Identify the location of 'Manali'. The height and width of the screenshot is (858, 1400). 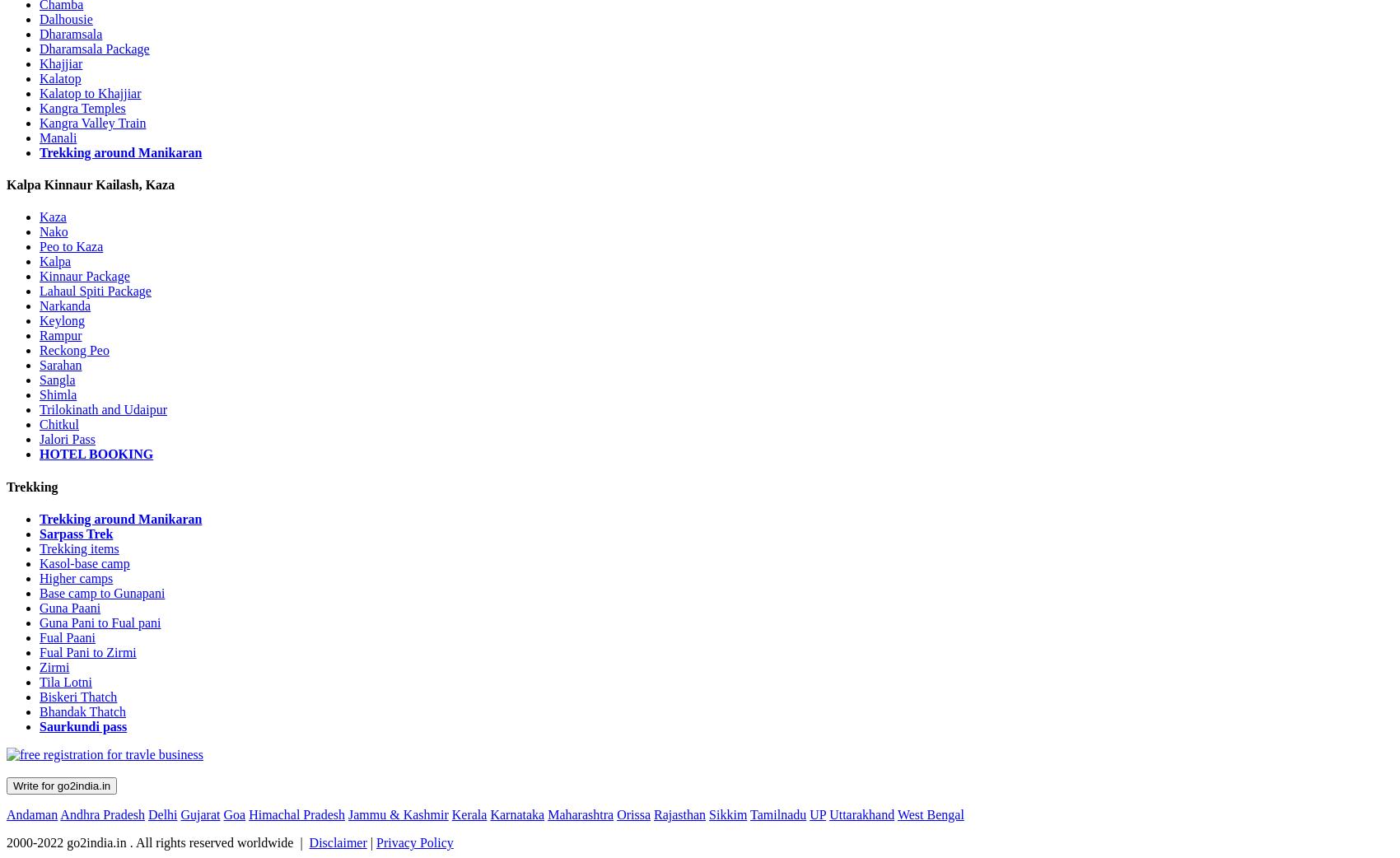
(39, 137).